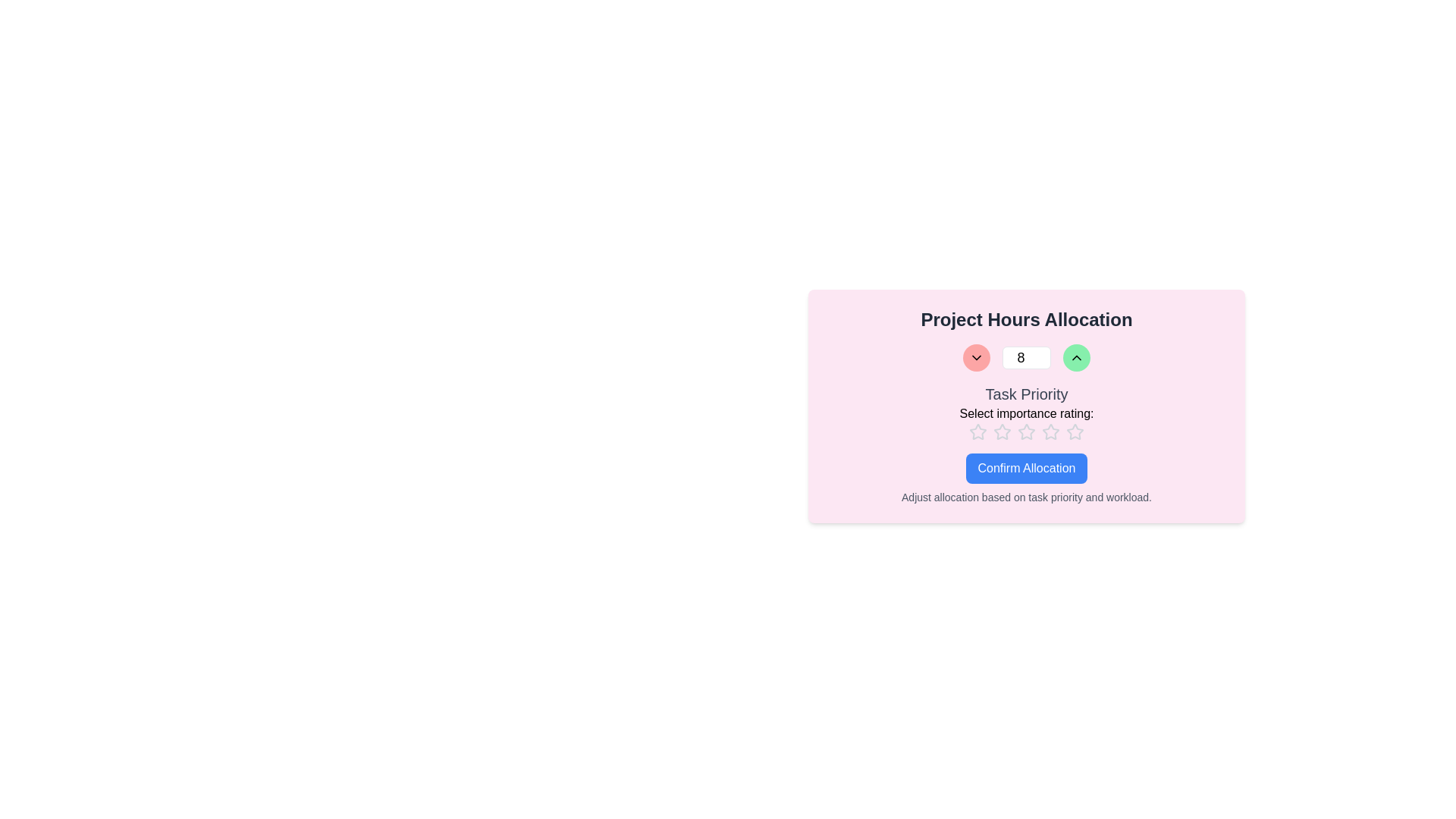 Image resolution: width=1456 pixels, height=819 pixels. What do you see at coordinates (1026, 432) in the screenshot?
I see `the third star in the rating scale located beneath 'Select importance rating:' in the 'Task Priority' section` at bounding box center [1026, 432].